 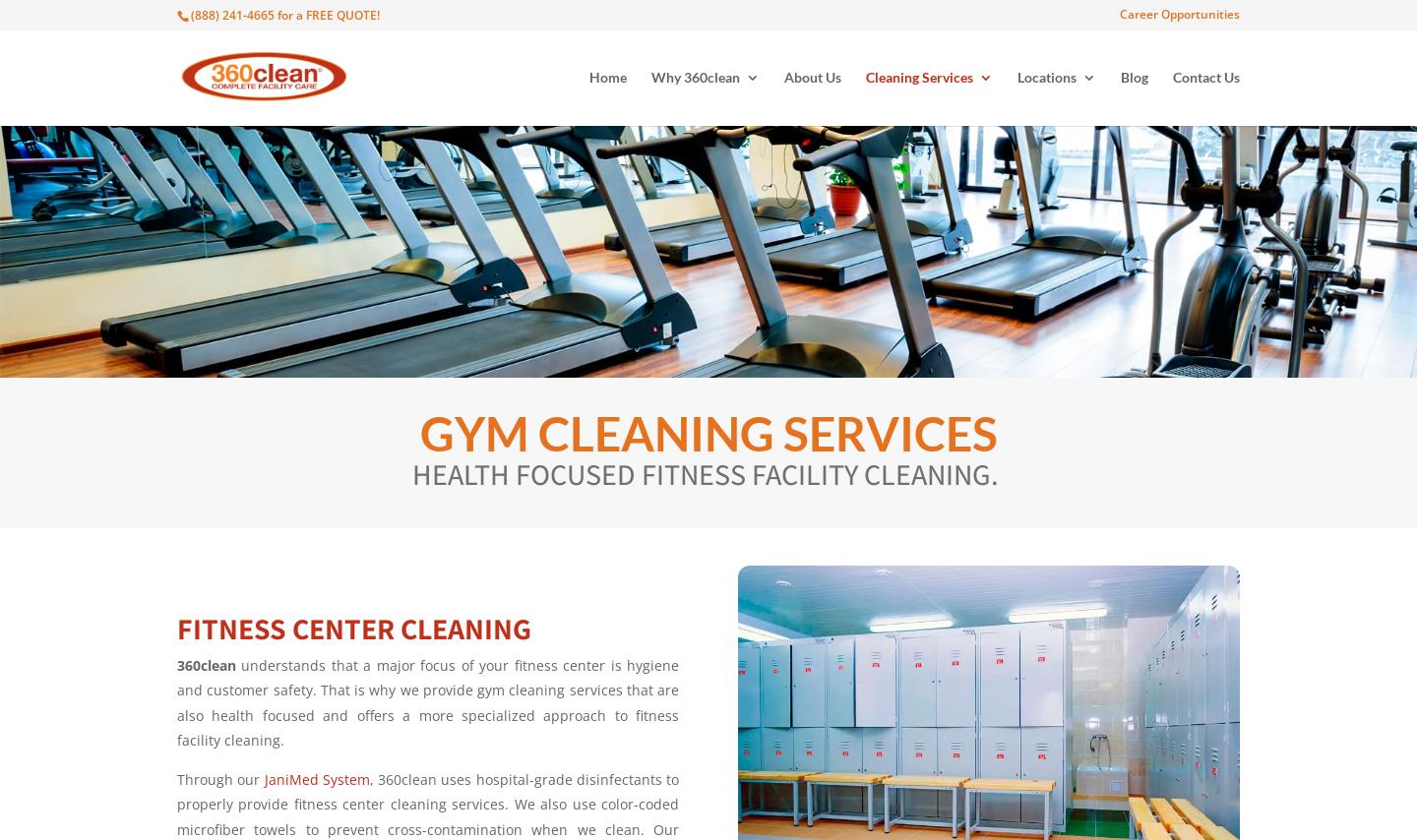 What do you see at coordinates (190, 14) in the screenshot?
I see `'(888) 241-4665 for a FREE QUOTE!'` at bounding box center [190, 14].